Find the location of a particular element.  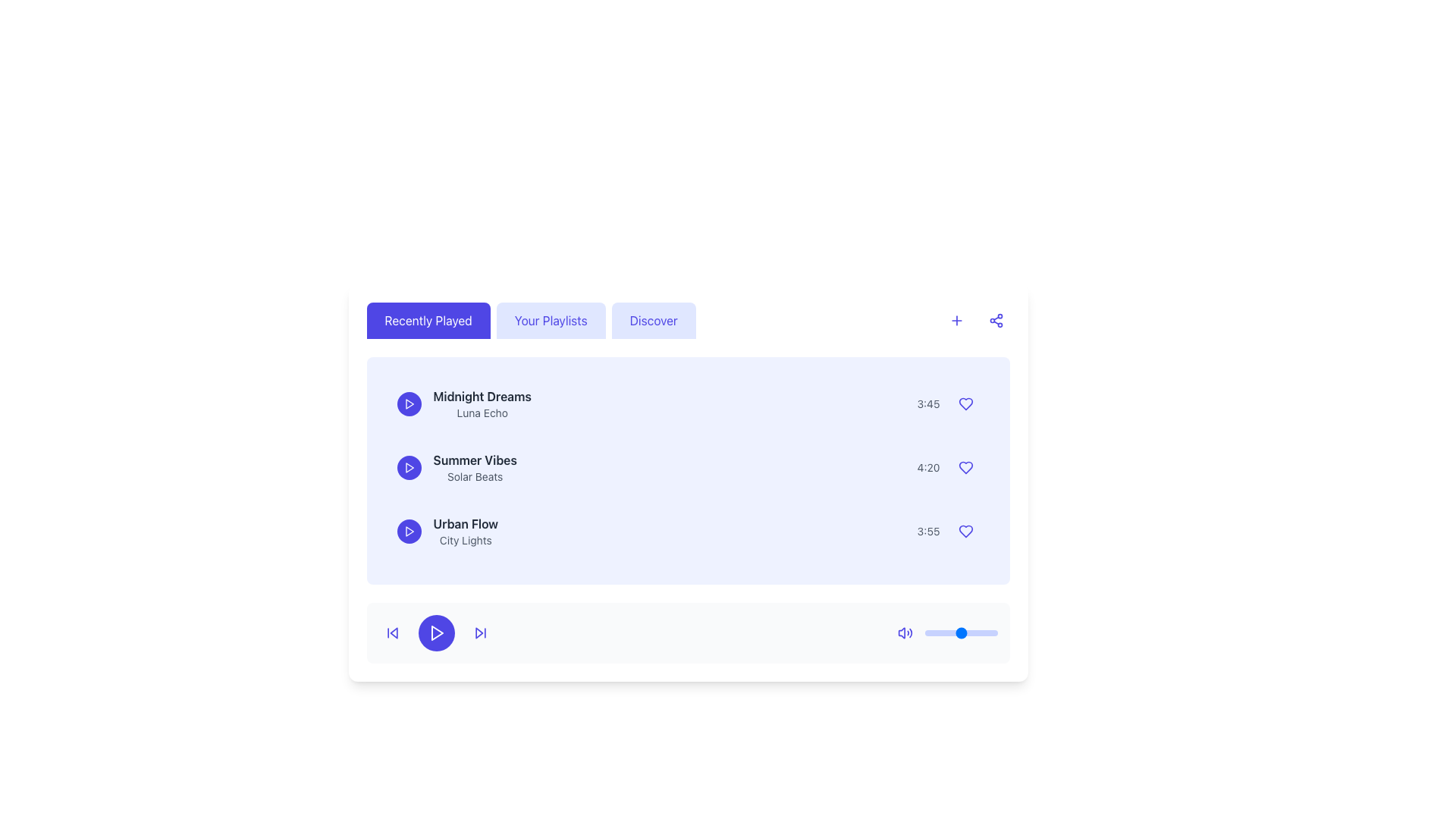

the slider is located at coordinates (959, 632).